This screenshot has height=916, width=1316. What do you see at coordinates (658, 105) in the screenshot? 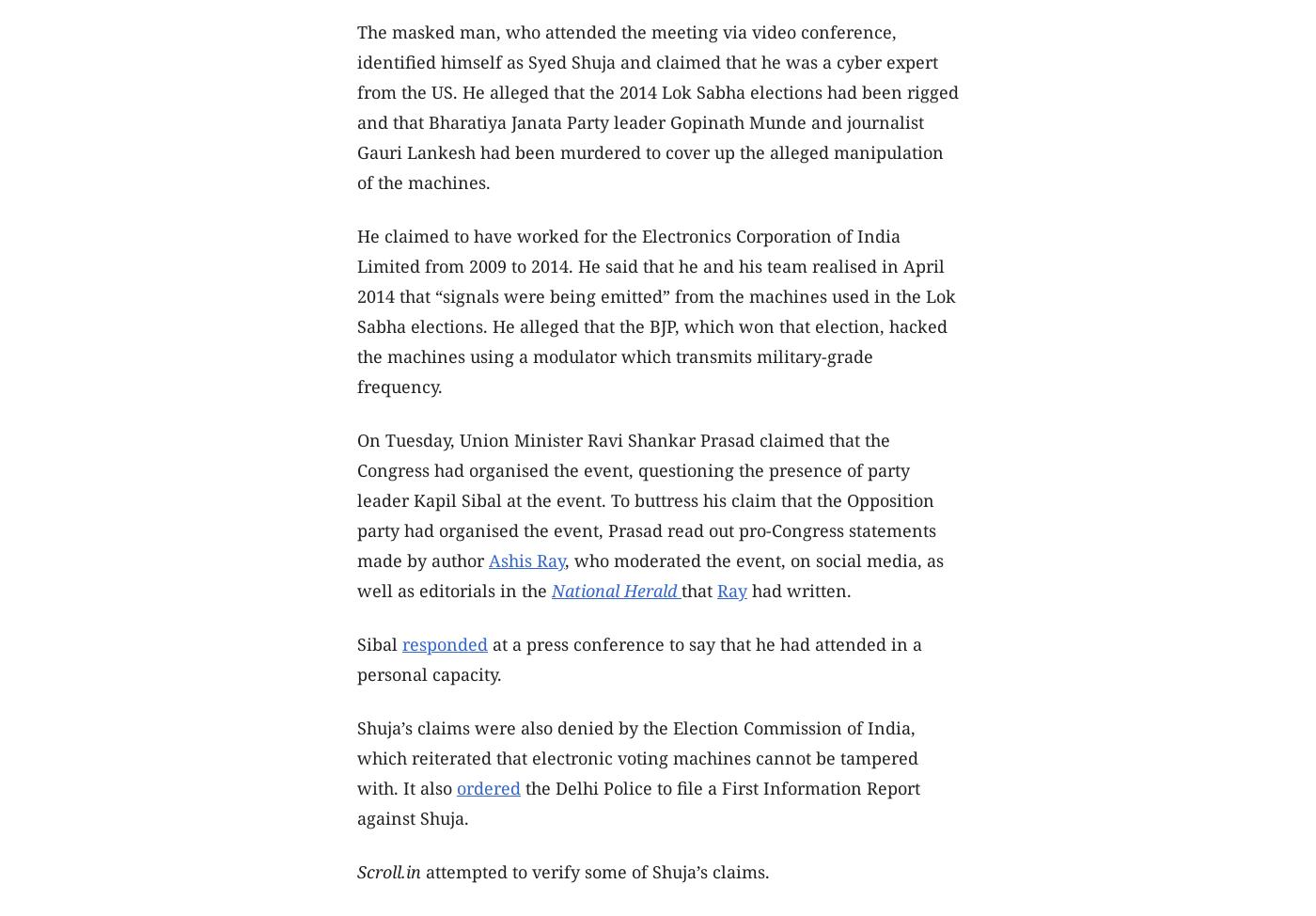
I see `'The masked man, who attended the meeting via video conference, identified himself as Syed Shuja and claimed that he was a cyber expert from the US. He  alleged that the 2014 Lok Sabha elections had been rigged and that Bharatiya Janata Party leader Gopinath Munde and journalist Gauri Lankesh had been murdered to cover up the alleged manipulation of the machines.'` at bounding box center [658, 105].